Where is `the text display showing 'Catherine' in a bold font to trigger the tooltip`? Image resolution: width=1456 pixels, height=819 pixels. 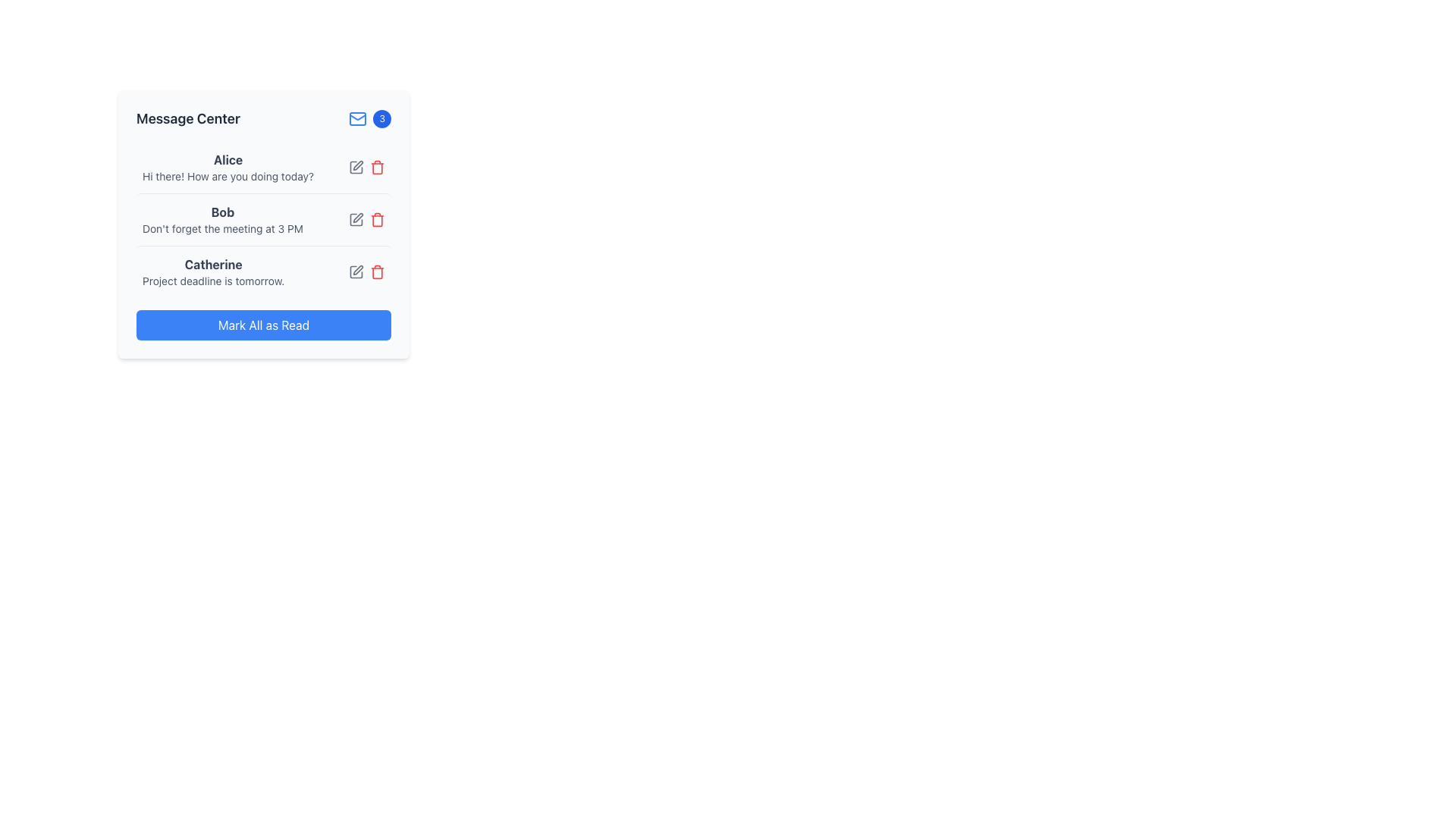 the text display showing 'Catherine' in a bold font to trigger the tooltip is located at coordinates (212, 263).